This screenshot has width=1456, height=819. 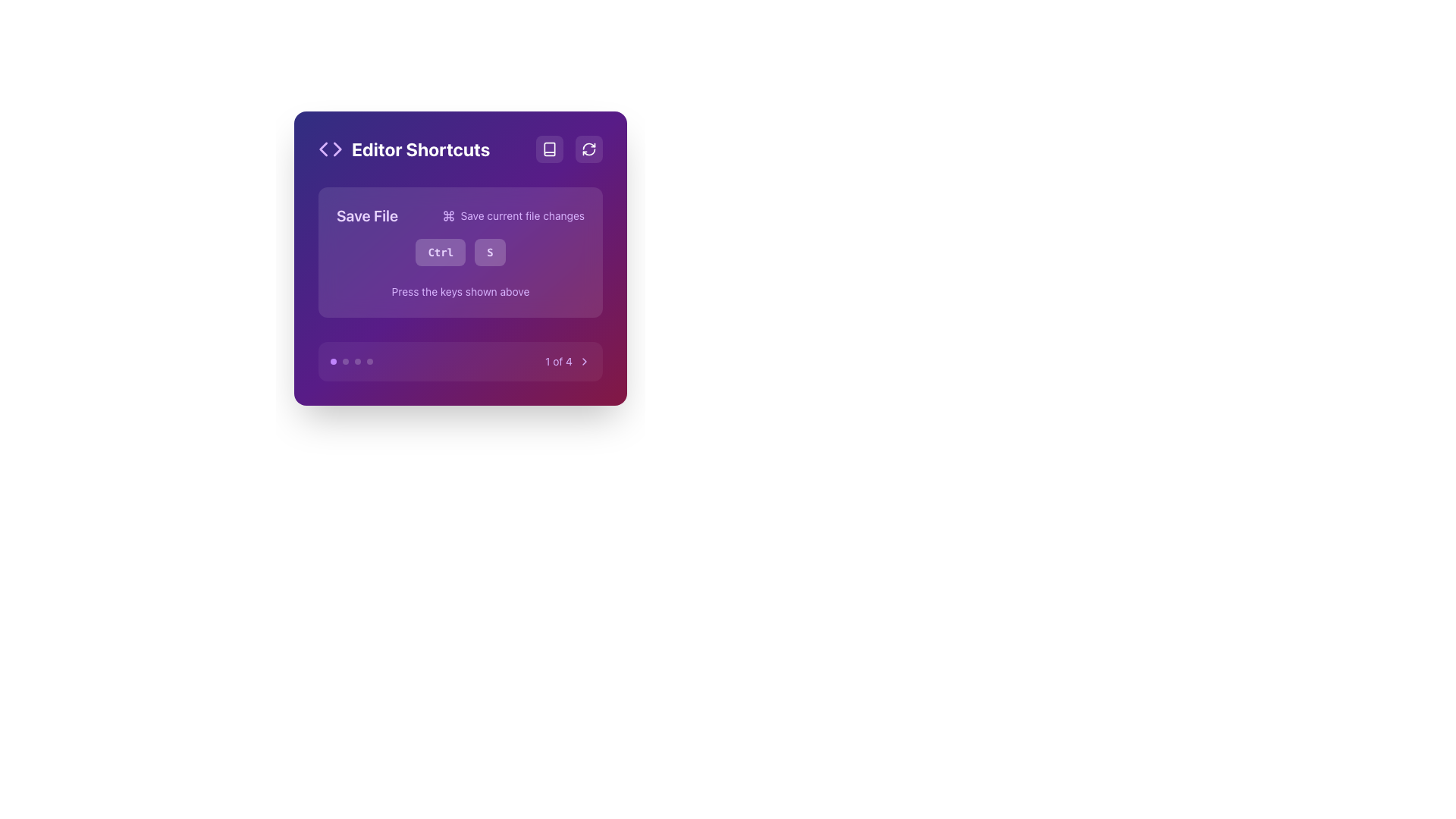 What do you see at coordinates (460, 251) in the screenshot?
I see `the Combination key indicator component that consists of two side-by-side rectangles labeled 'Ctrl' and 'S', which has a light purple background and is located in the middle of the modal under 'Save FileSave current file changes'` at bounding box center [460, 251].